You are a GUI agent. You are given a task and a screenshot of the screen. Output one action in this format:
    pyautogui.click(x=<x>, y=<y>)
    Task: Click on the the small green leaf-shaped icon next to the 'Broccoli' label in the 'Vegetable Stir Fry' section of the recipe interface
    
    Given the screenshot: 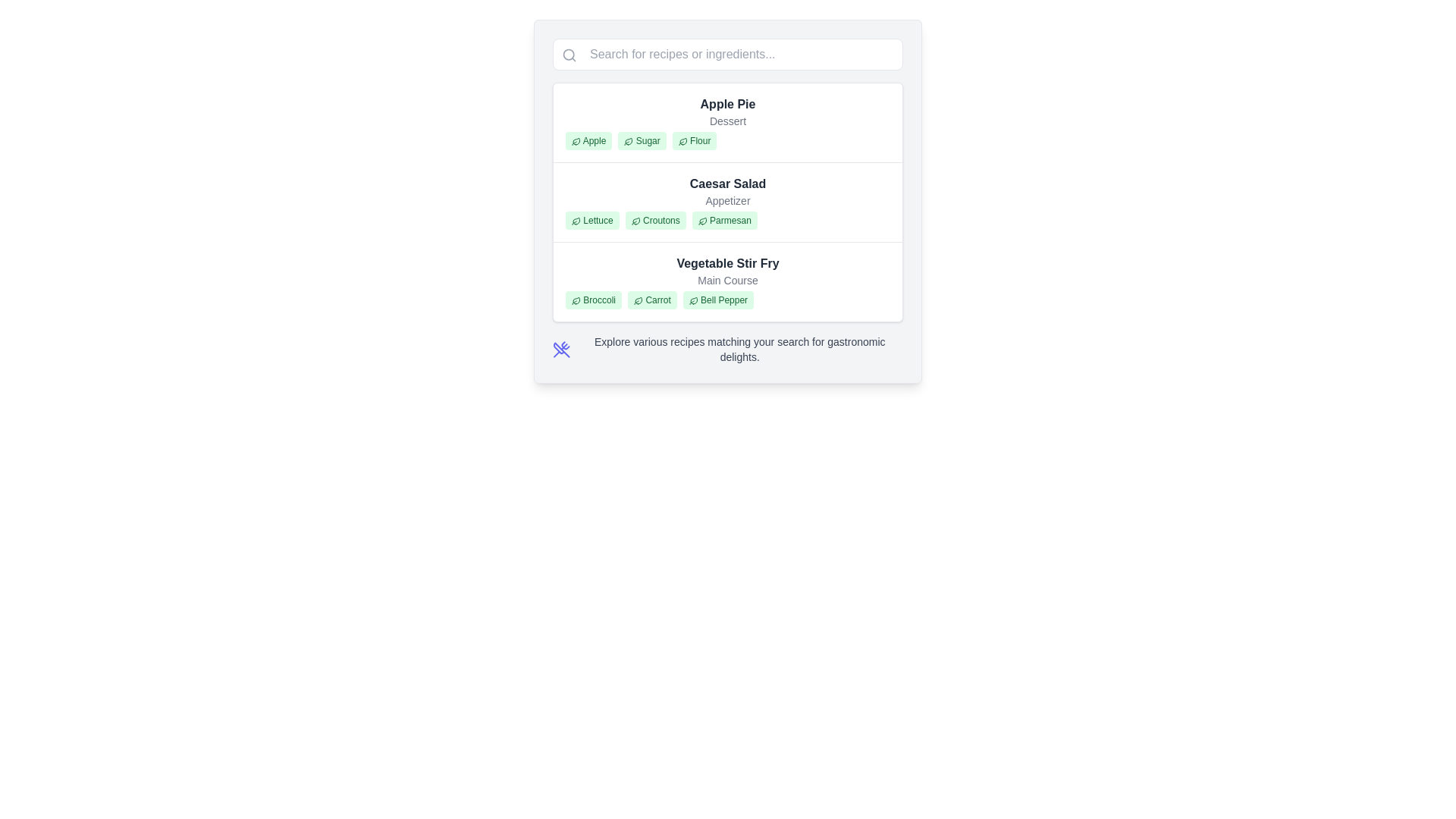 What is the action you would take?
    pyautogui.click(x=575, y=300)
    